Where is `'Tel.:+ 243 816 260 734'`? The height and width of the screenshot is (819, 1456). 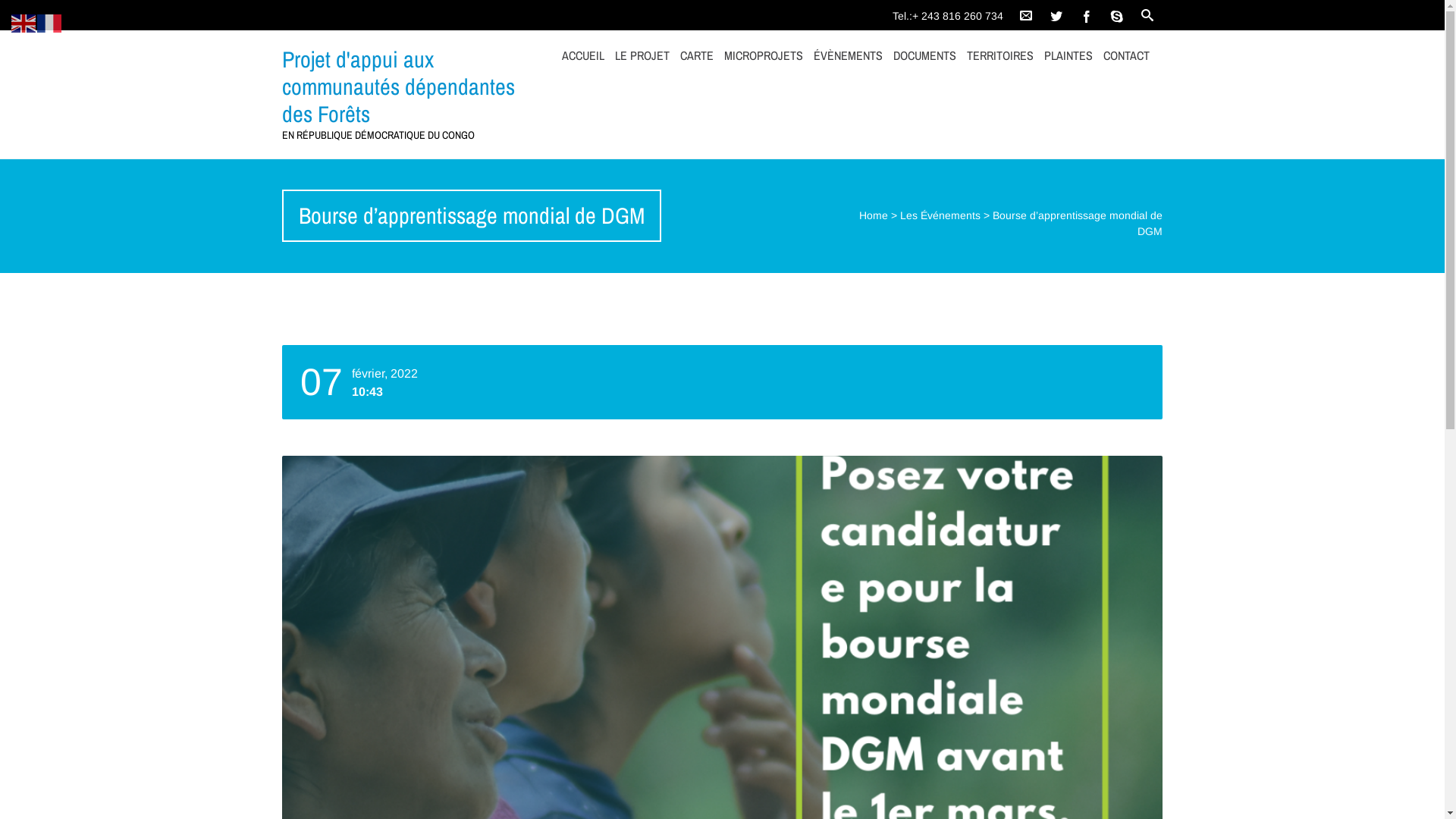 'Tel.:+ 243 816 260 734' is located at coordinates (950, 11).